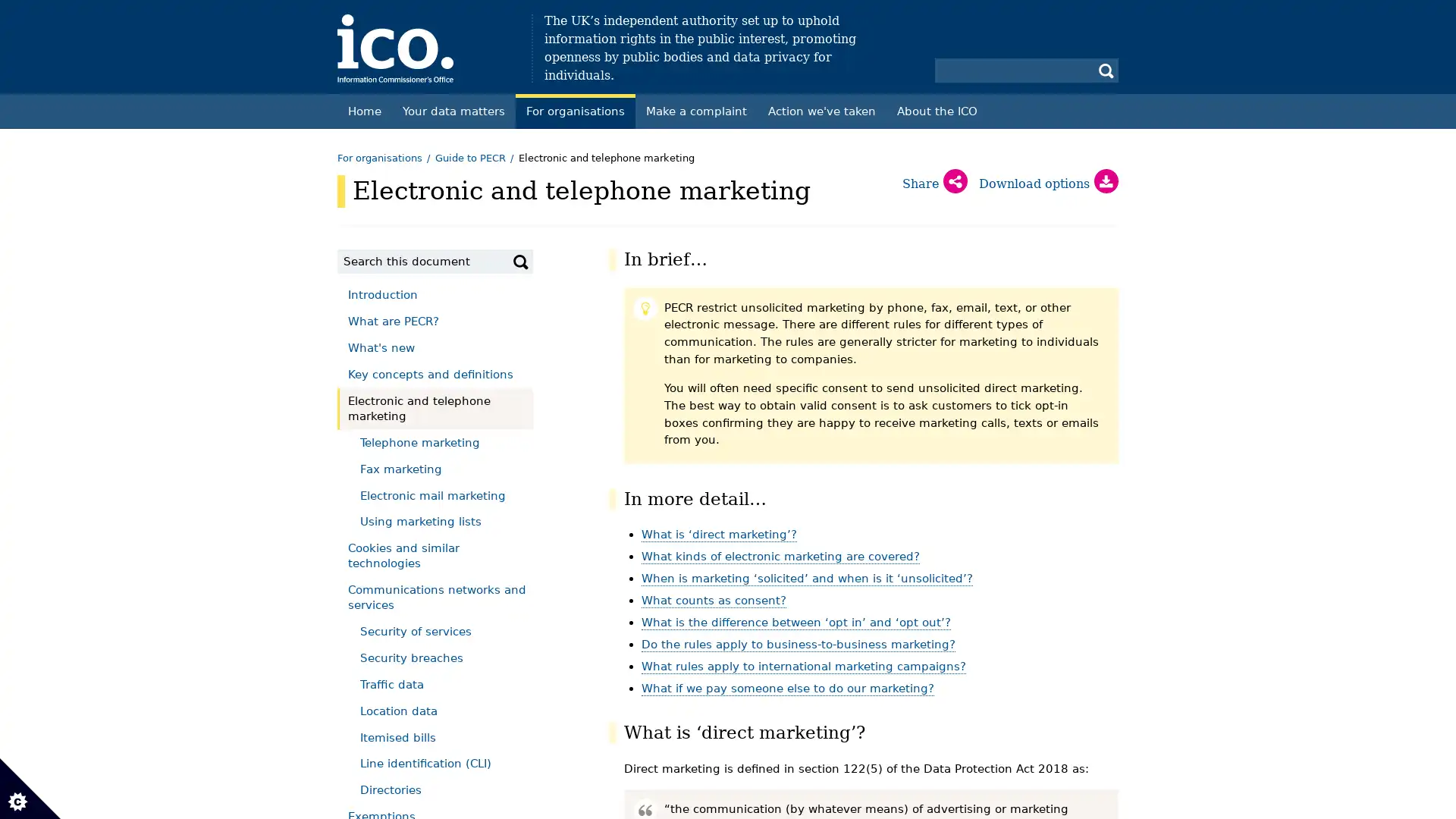 The image size is (1456, 819). I want to click on Save and close, so click(79, 574).